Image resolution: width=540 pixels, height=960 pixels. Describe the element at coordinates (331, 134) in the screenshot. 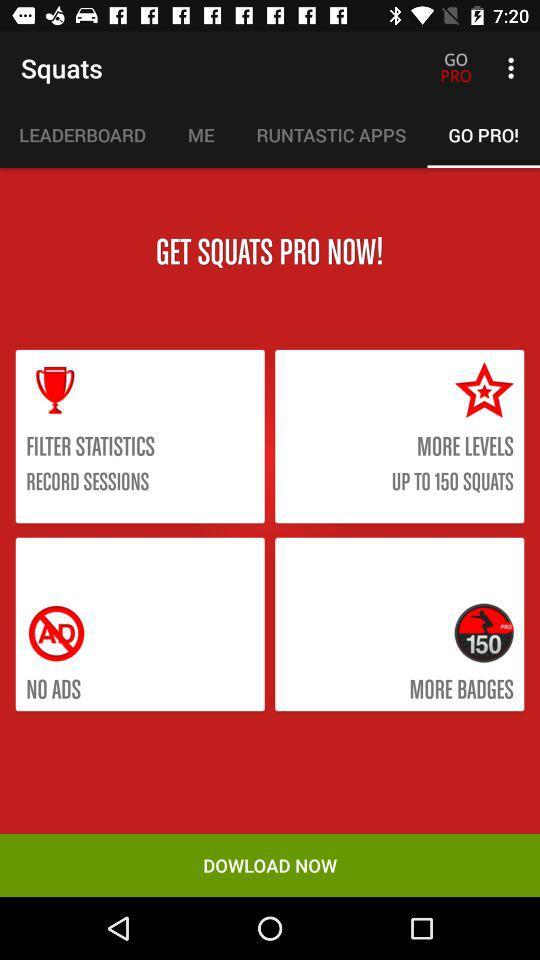

I see `runtastic apps icon` at that location.